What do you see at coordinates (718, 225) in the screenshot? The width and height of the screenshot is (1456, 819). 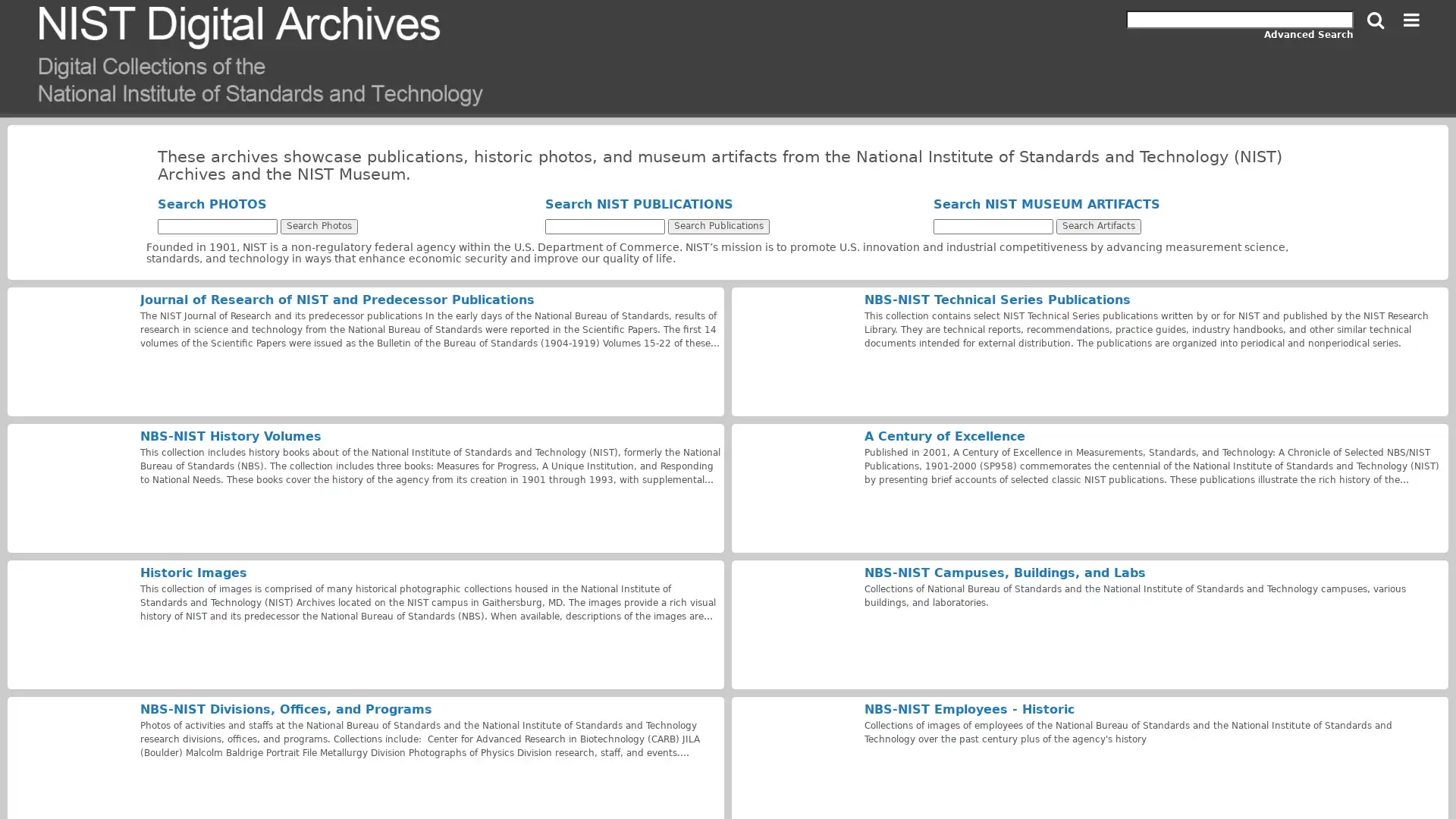 I see `Search Publications` at bounding box center [718, 225].